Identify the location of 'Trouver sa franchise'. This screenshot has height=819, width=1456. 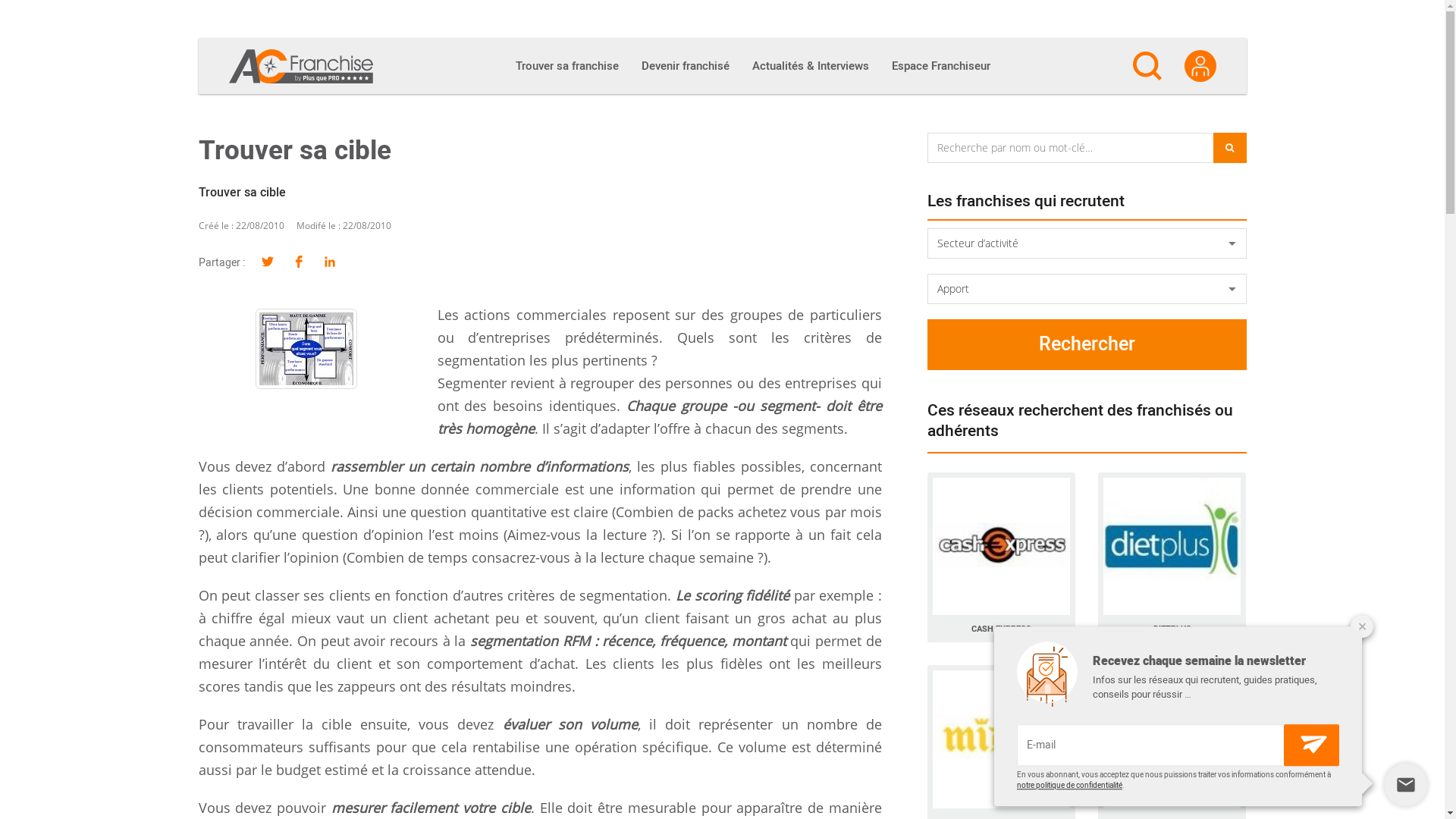
(566, 65).